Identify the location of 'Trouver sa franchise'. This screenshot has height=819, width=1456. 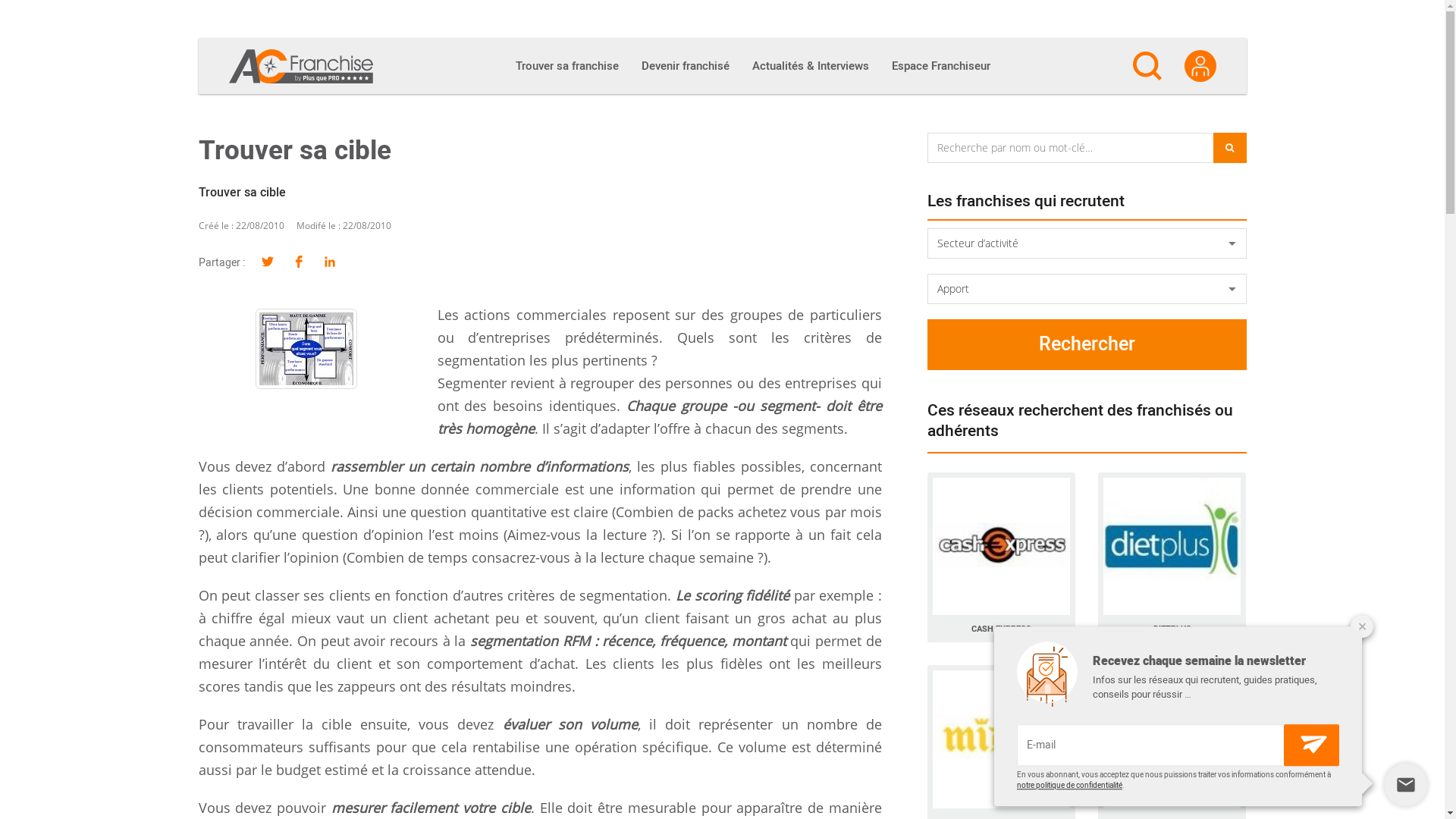
(566, 65).